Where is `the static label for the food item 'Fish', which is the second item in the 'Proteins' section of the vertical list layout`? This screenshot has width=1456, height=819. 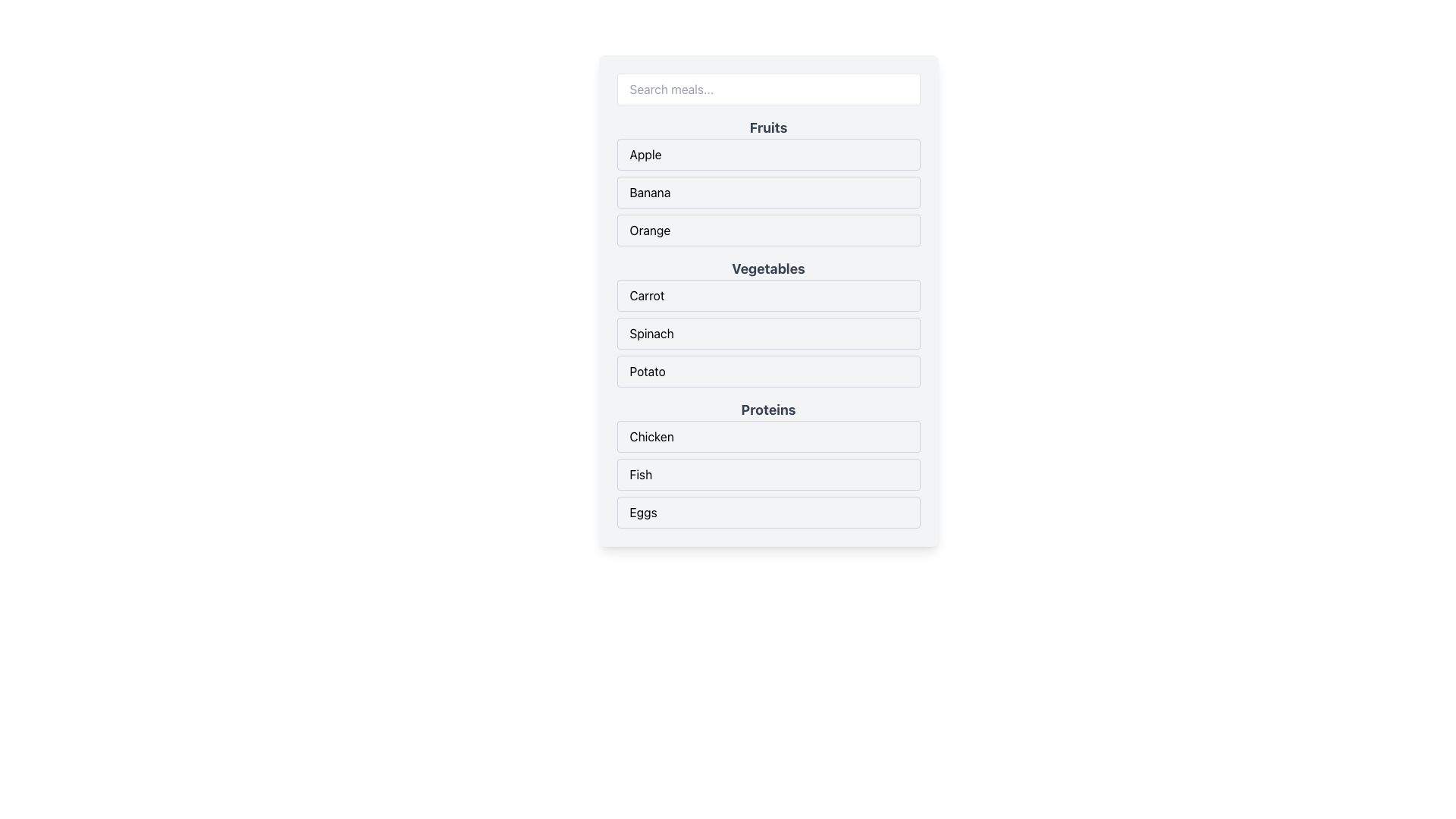
the static label for the food item 'Fish', which is the second item in the 'Proteins' section of the vertical list layout is located at coordinates (641, 473).